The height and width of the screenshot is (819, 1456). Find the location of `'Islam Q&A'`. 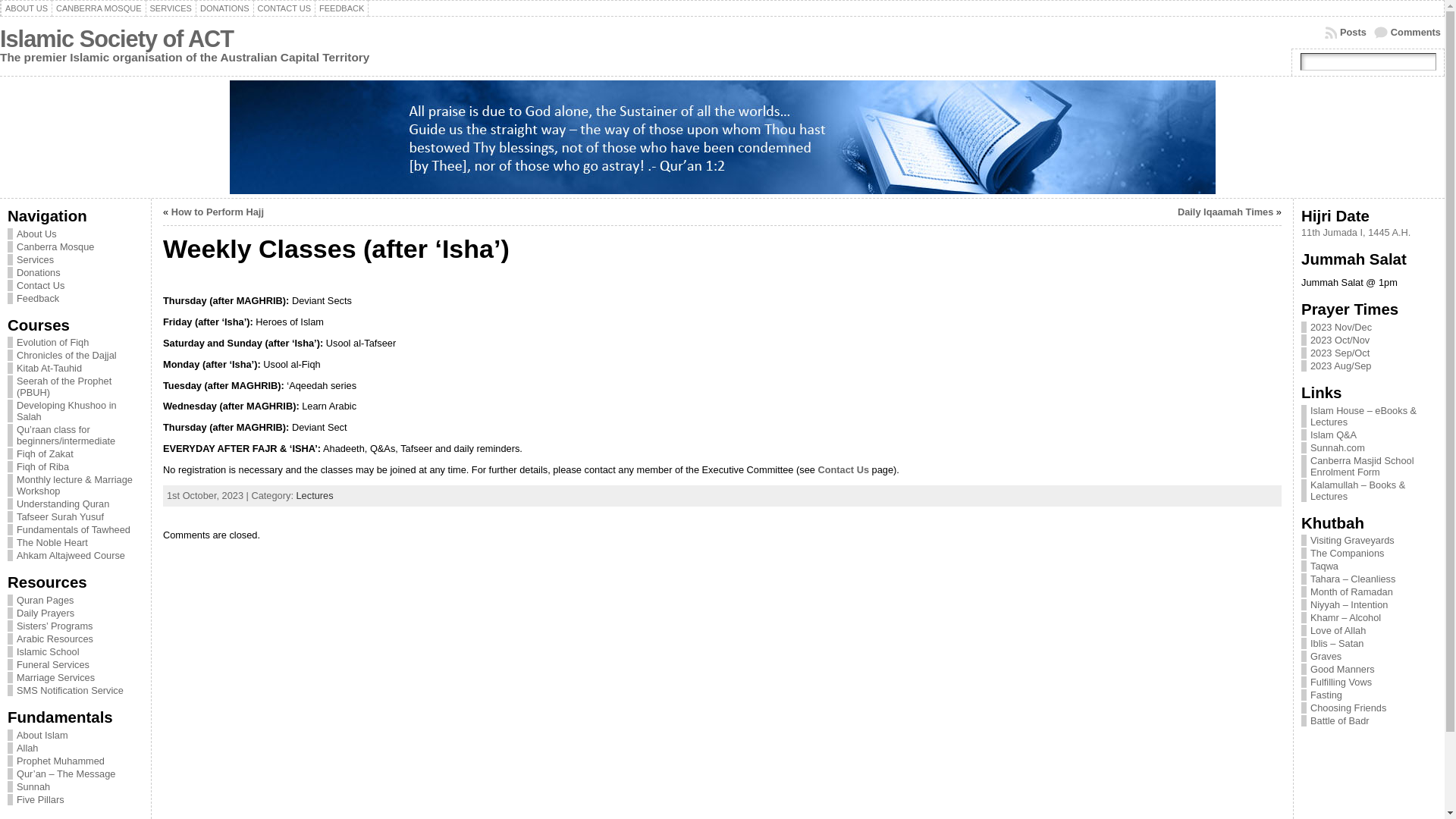

'Islam Q&A' is located at coordinates (1332, 435).